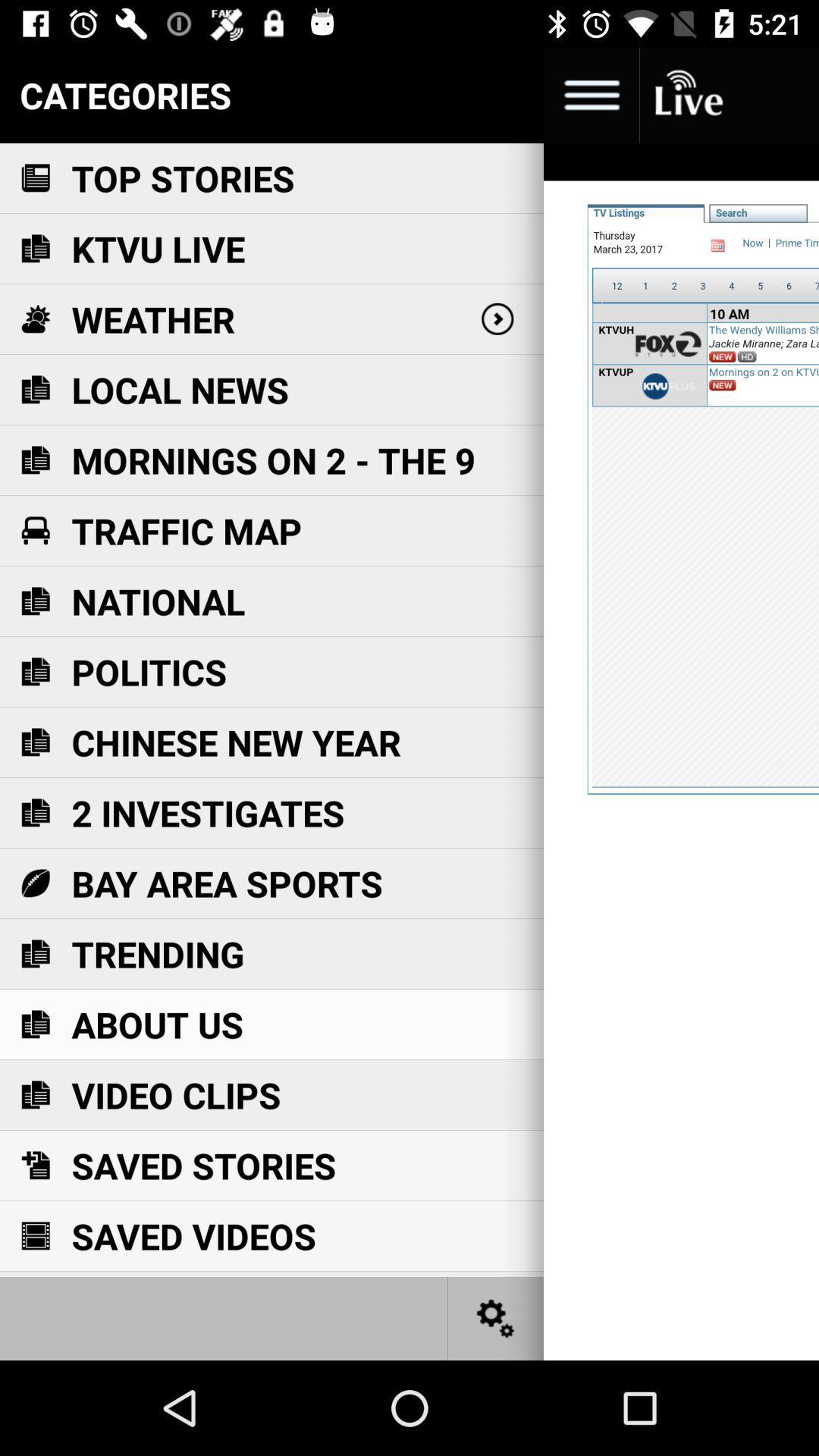 This screenshot has height=1456, width=819. I want to click on settings, so click(496, 1317).